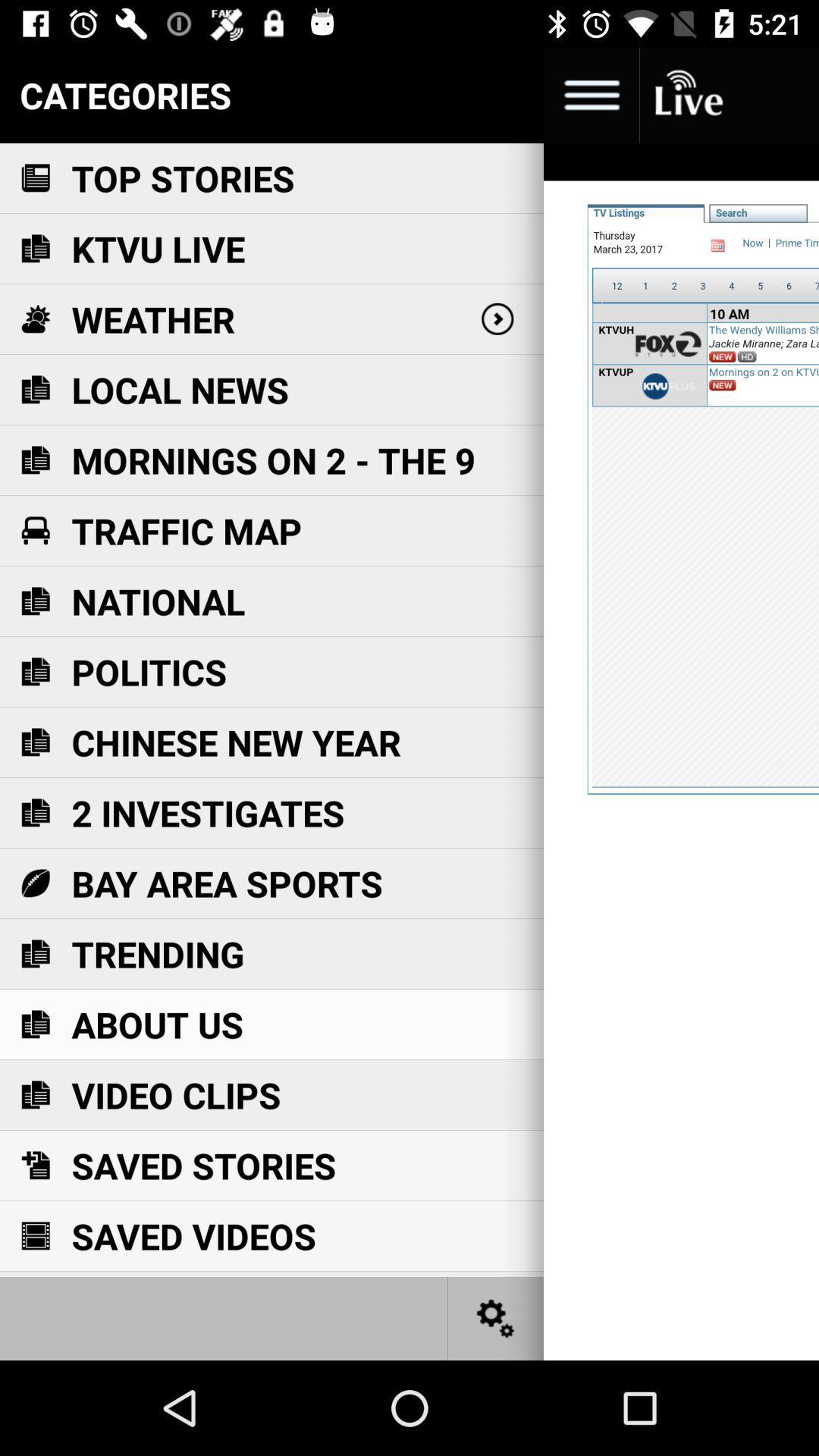 This screenshot has height=1456, width=819. I want to click on settings, so click(496, 1317).